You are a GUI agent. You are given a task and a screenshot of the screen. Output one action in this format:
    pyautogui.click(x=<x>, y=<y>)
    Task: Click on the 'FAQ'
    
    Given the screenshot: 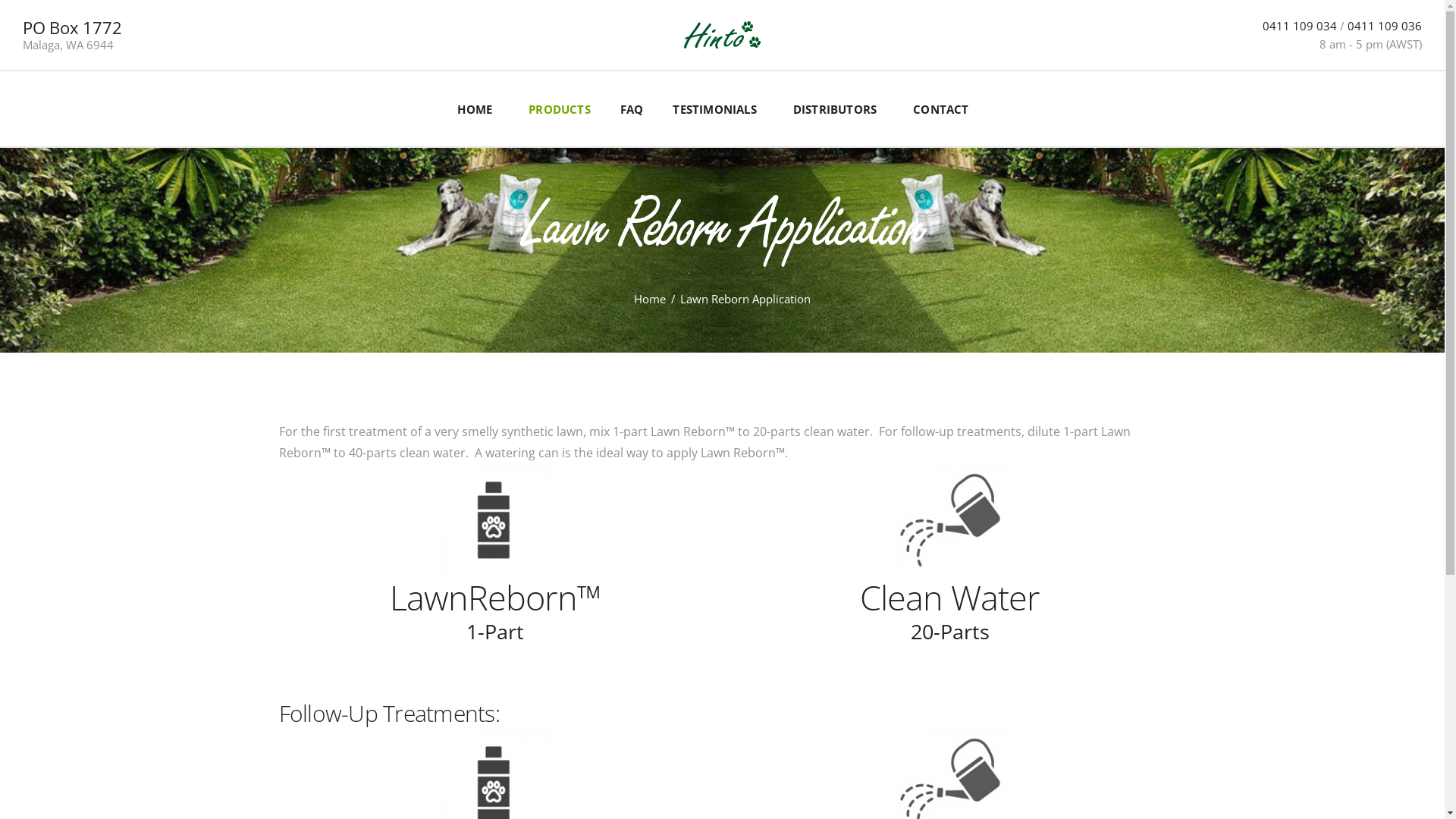 What is the action you would take?
    pyautogui.click(x=601, y=108)
    